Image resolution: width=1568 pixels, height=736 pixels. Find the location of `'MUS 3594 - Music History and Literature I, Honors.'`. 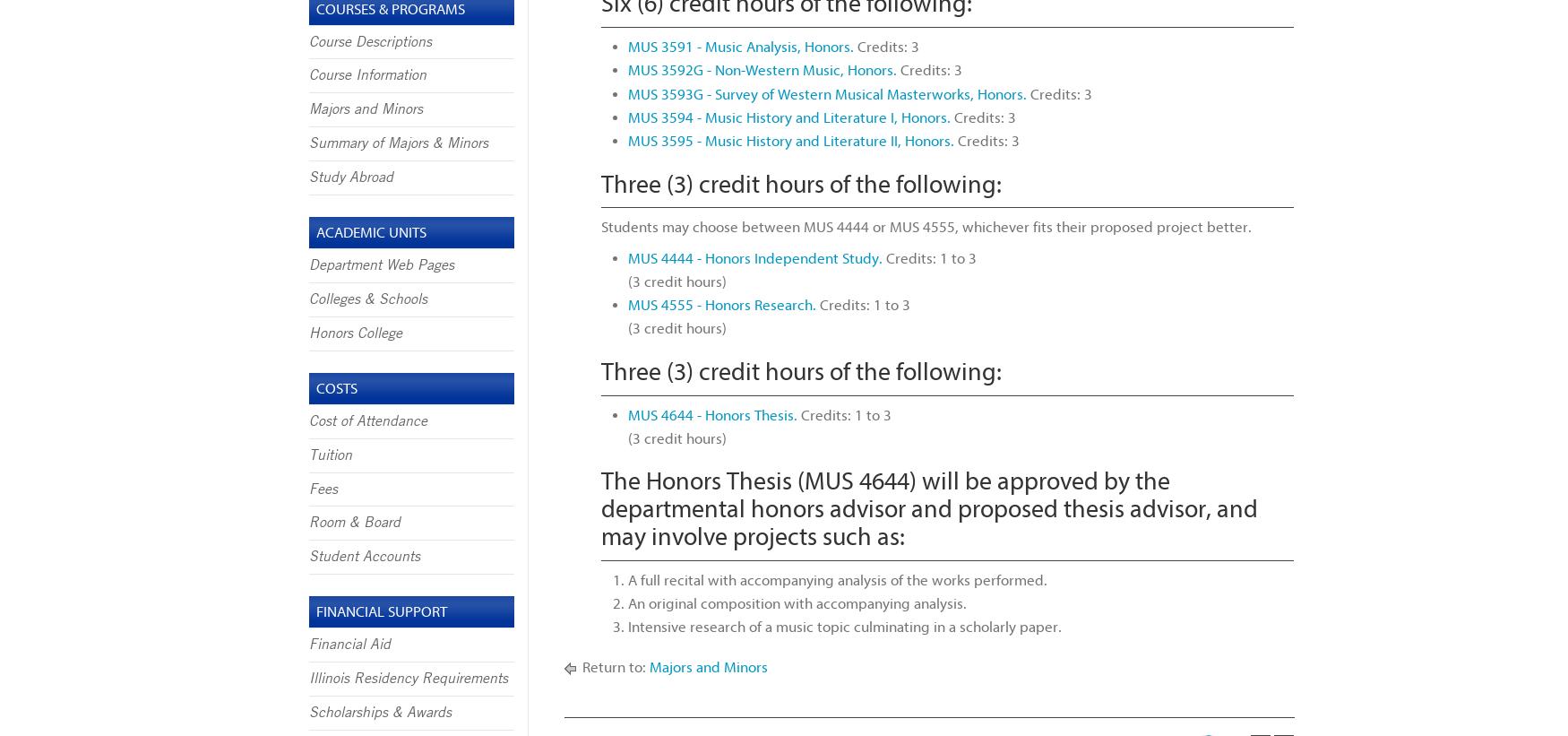

'MUS 3594 - Music History and Literature I, Honors.' is located at coordinates (788, 117).